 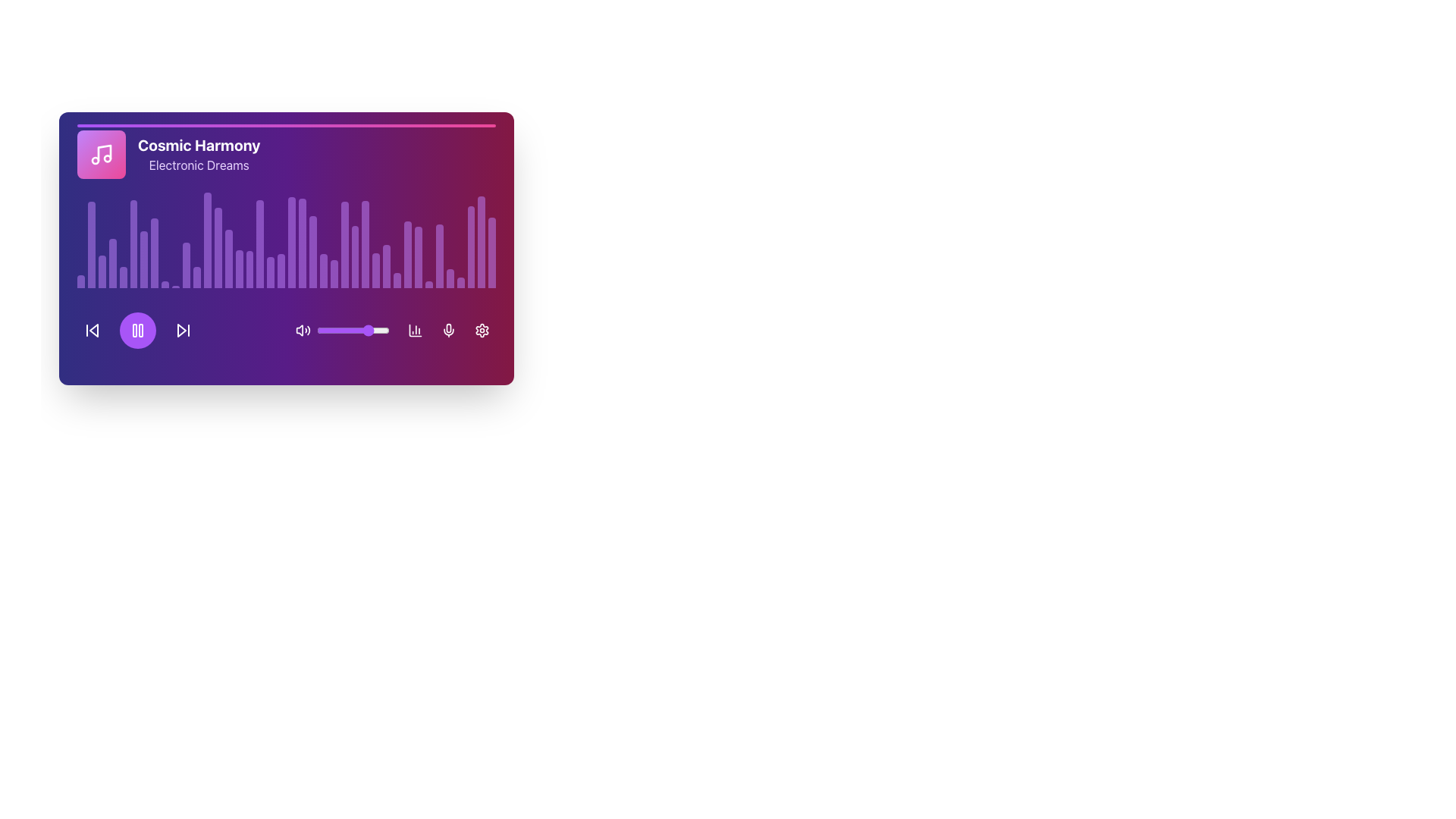 I want to click on the sixth vertical bar in the histogram component of the music player interface, which represents a data value or amplitude level, so click(x=133, y=243).